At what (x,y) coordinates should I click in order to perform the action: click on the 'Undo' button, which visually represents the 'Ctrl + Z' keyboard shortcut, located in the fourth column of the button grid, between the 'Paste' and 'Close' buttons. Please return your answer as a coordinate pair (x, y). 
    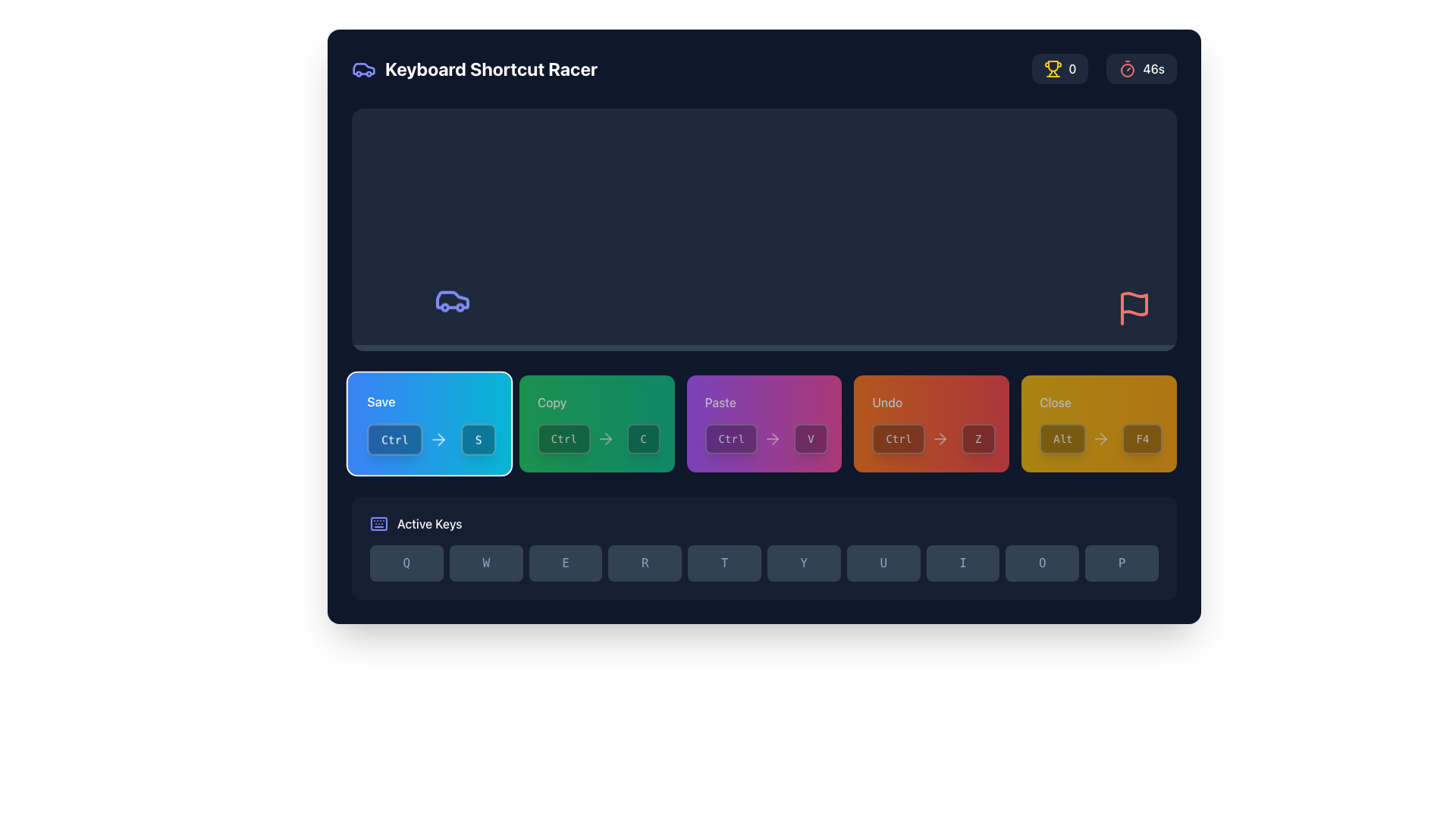
    Looking at the image, I should click on (930, 424).